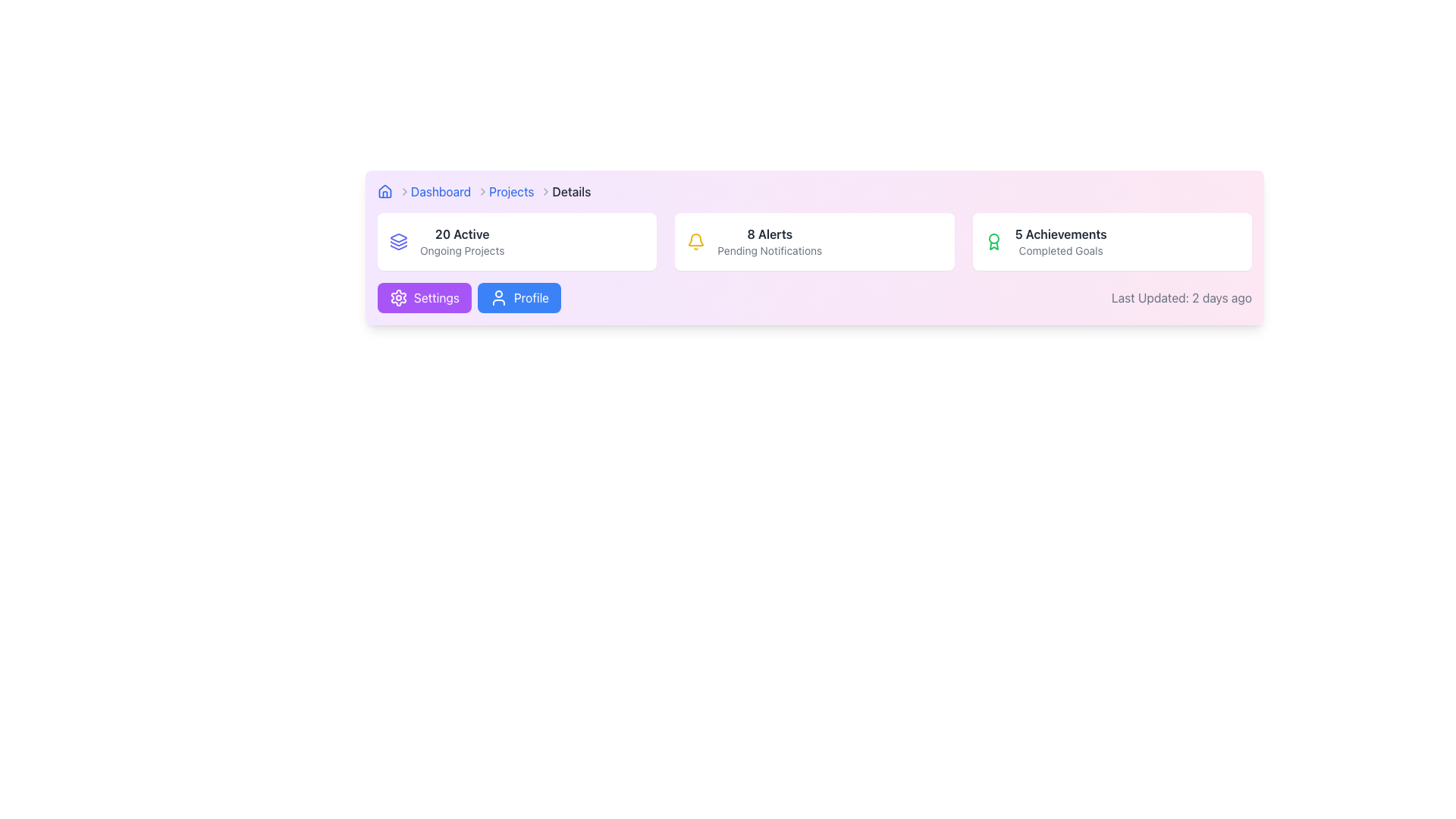  What do you see at coordinates (993, 239) in the screenshot?
I see `decorative circle element within the SVG icon located next to the '5 Achievements' text in the achievements section` at bounding box center [993, 239].